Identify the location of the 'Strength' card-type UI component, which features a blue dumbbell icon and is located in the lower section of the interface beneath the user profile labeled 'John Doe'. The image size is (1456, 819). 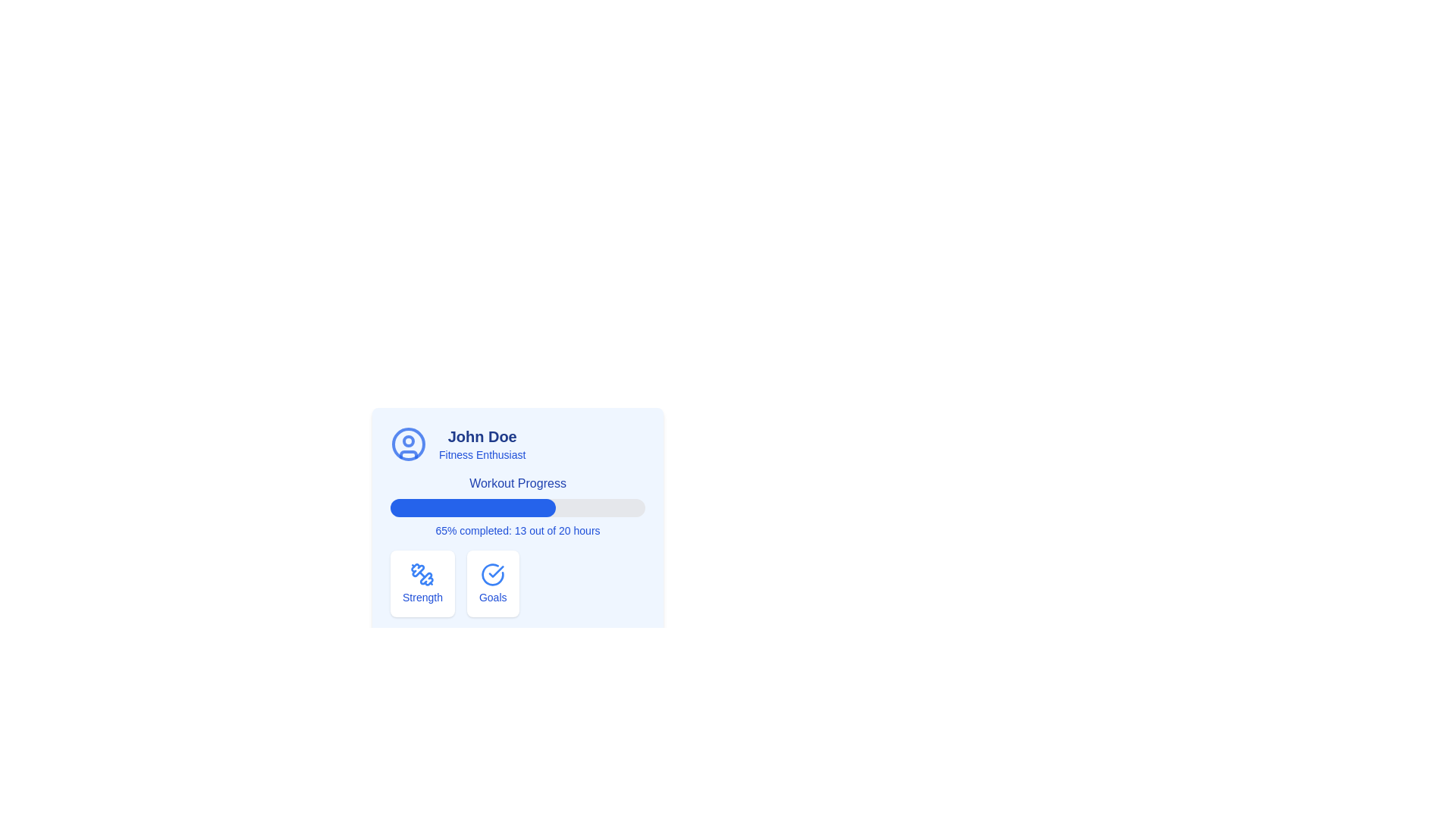
(422, 583).